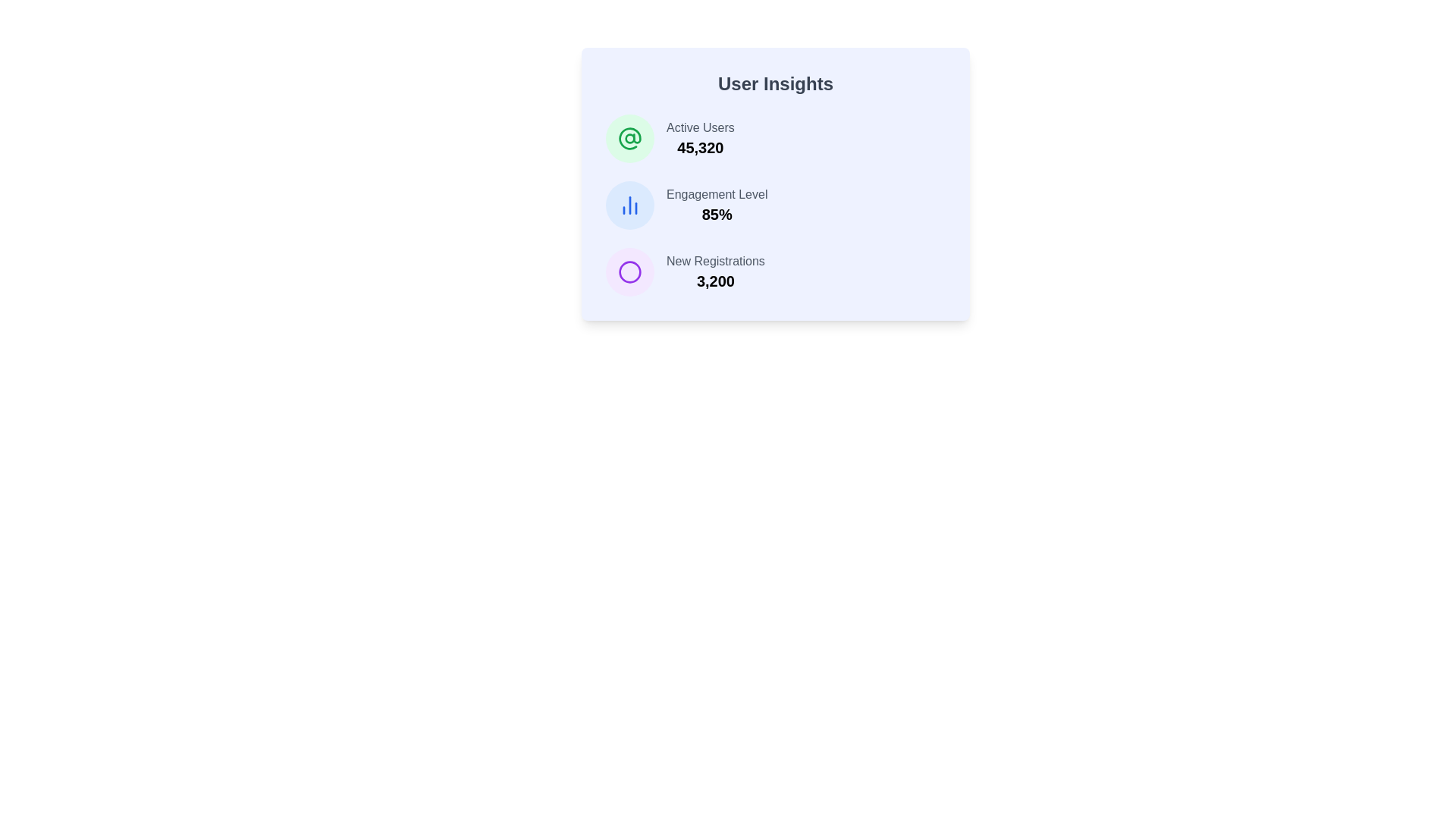  What do you see at coordinates (699, 127) in the screenshot?
I see `label 'Active Users' located in the upper-left section of the user insights card, directly above the '45,320' value and to the right of the '@' icon` at bounding box center [699, 127].